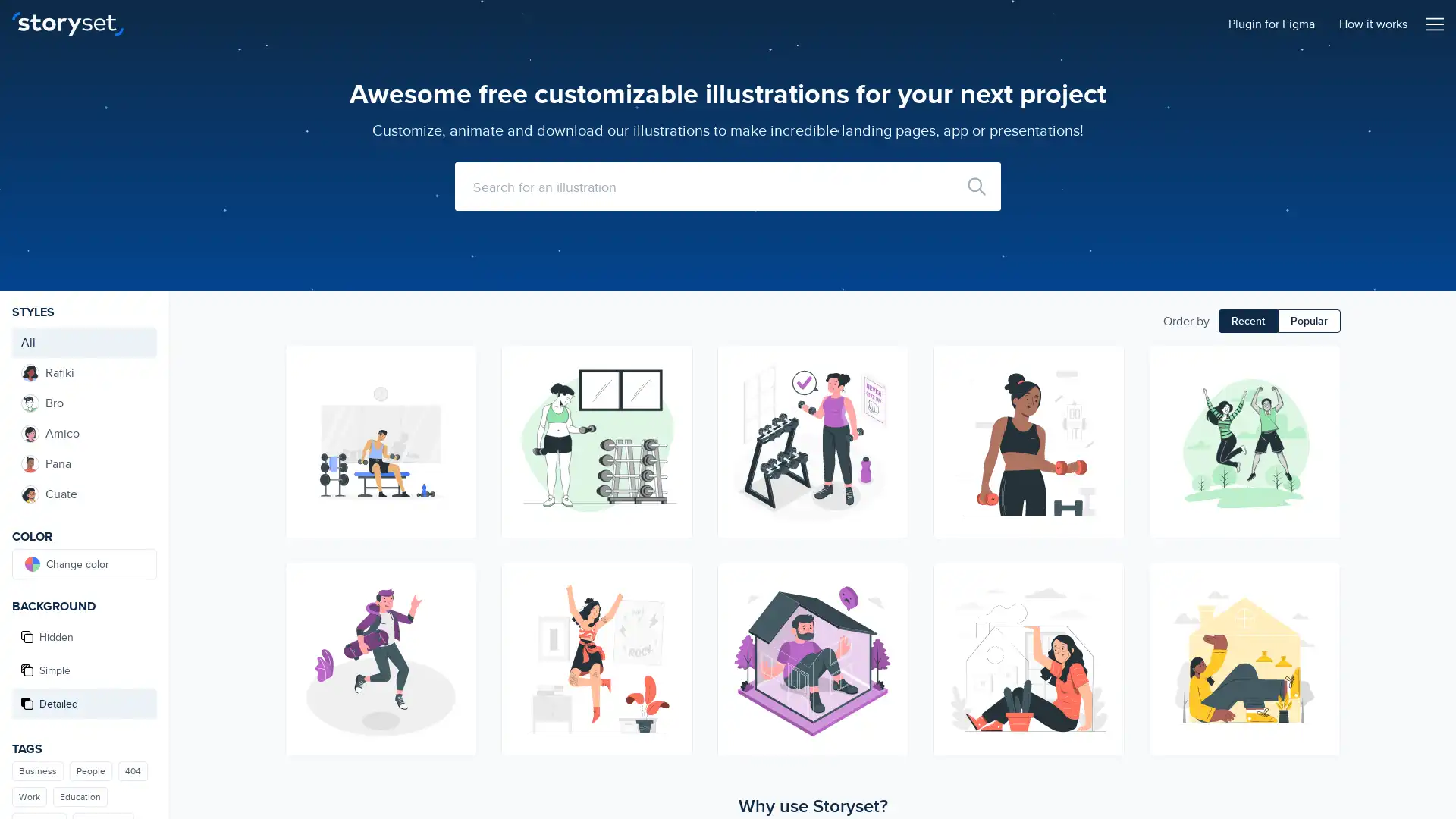 This screenshot has height=819, width=1456. Describe the element at coordinates (889, 580) in the screenshot. I see `wand icon Animate` at that location.